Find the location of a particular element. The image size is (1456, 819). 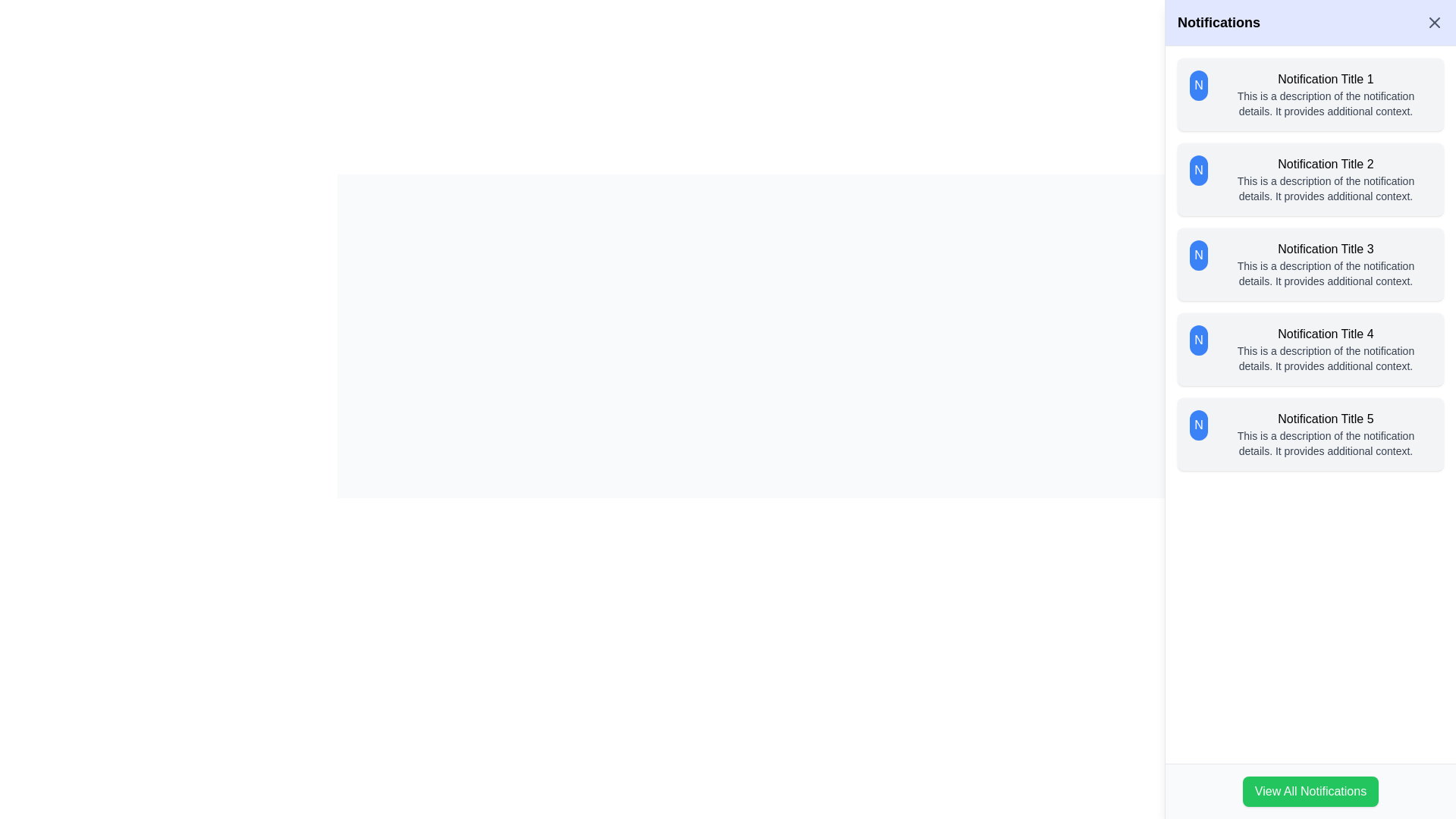

the notification icon located at the leftmost position of the fourth notification card is located at coordinates (1197, 339).